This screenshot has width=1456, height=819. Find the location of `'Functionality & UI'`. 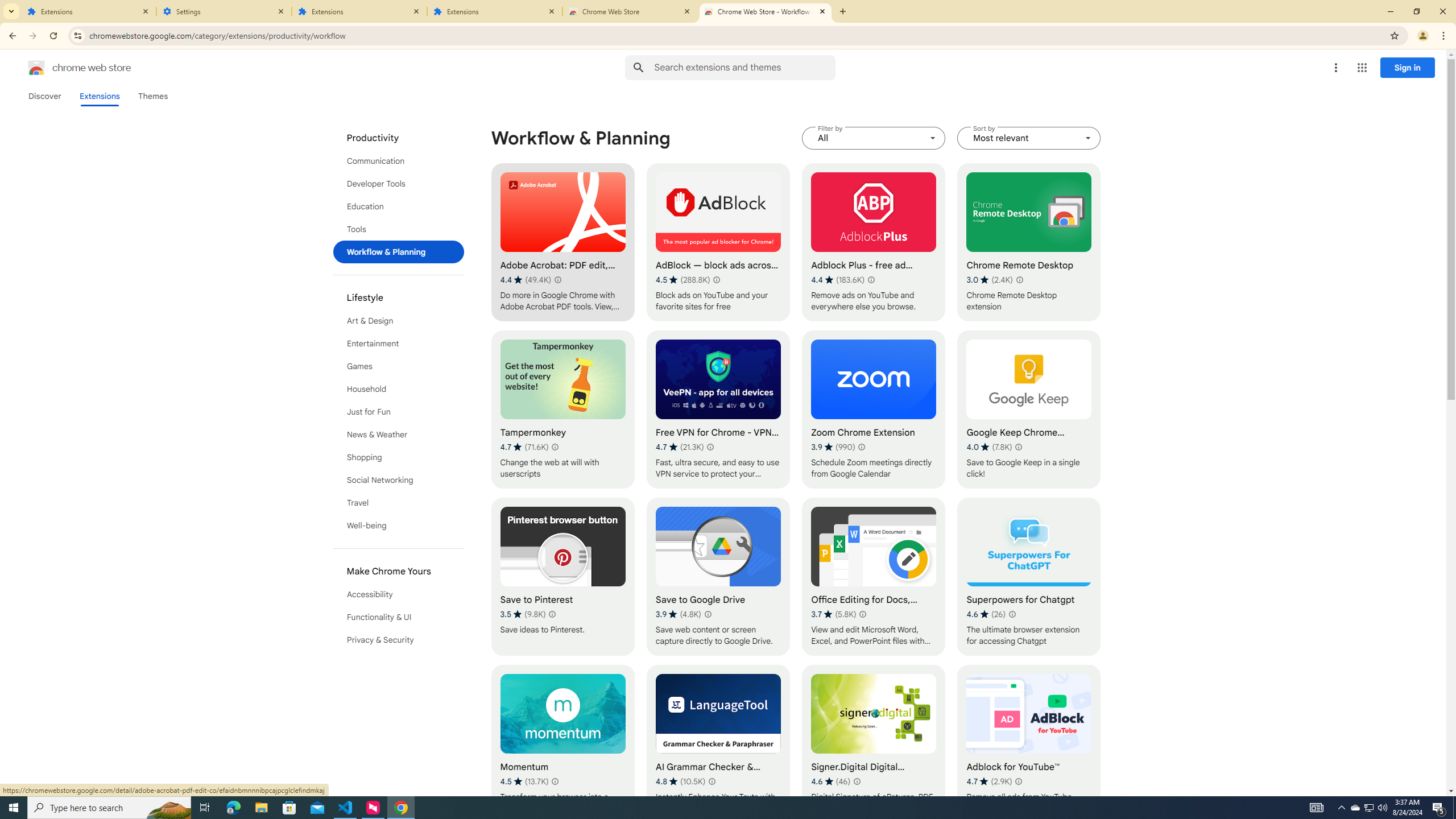

'Functionality & UI' is located at coordinates (399, 617).